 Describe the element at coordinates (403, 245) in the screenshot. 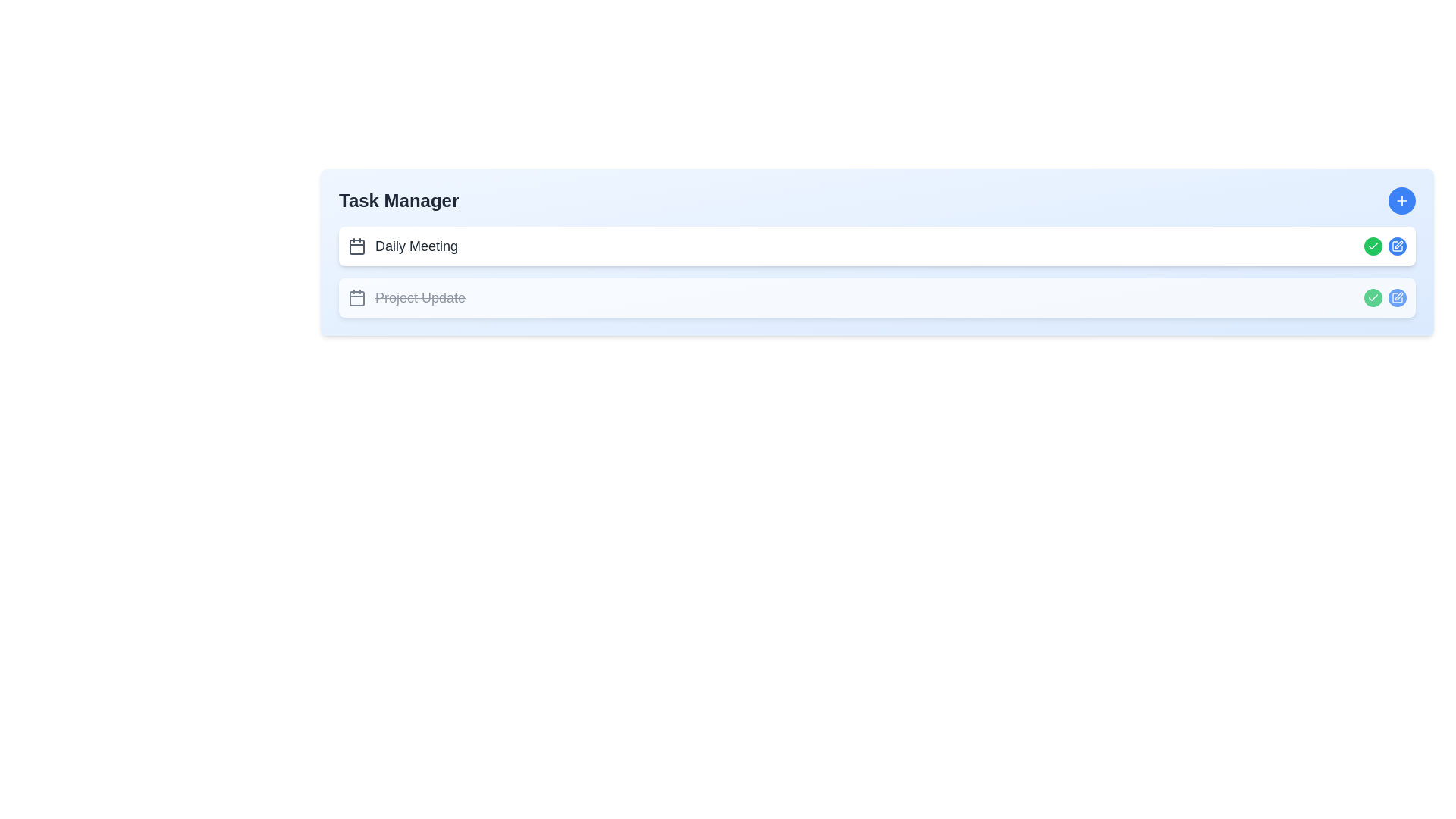

I see `the 'Daily Meeting' task entry in the first card of the task list under the 'Task Manager' header` at that location.